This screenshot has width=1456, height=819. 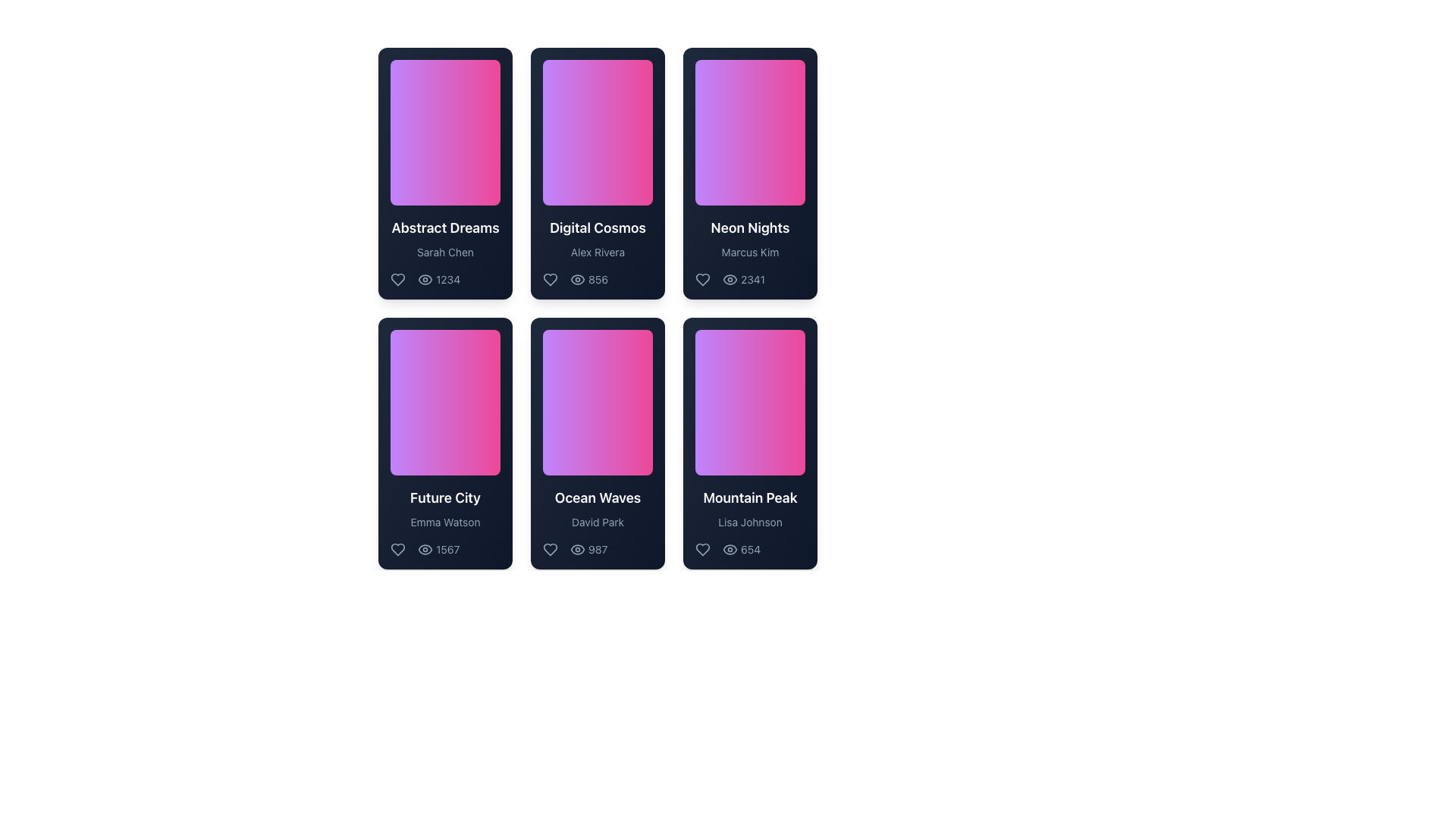 What do you see at coordinates (597, 131) in the screenshot?
I see `the decorative image or gradient block located in the upper row of the grid layout, specifically in the second card from the left, part of the 'Digital Cosmos' card by Alex Rivera` at bounding box center [597, 131].